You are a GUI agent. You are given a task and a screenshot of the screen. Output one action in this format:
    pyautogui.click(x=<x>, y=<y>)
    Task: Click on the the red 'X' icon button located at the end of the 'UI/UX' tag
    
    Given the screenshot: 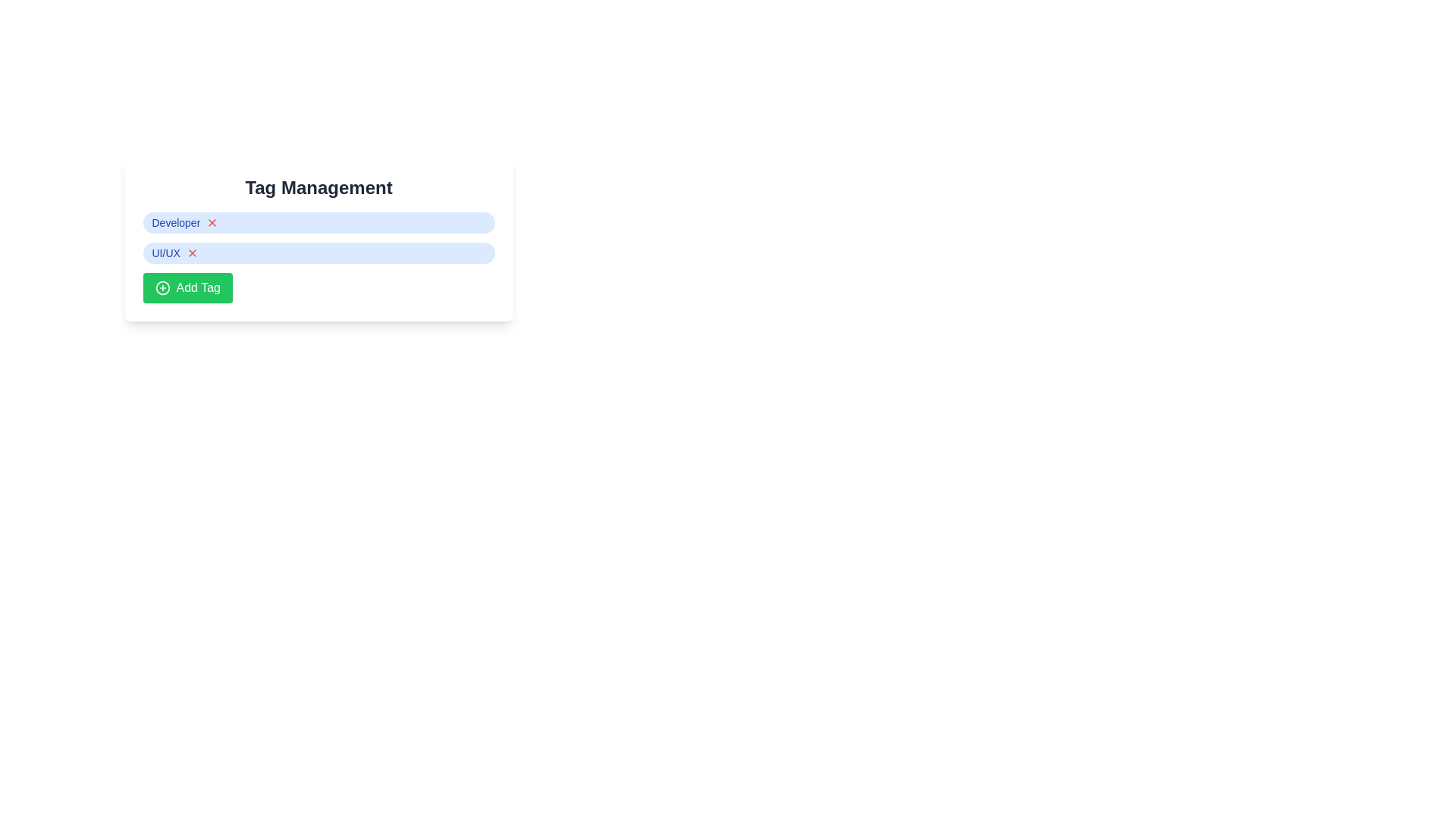 What is the action you would take?
    pyautogui.click(x=191, y=253)
    